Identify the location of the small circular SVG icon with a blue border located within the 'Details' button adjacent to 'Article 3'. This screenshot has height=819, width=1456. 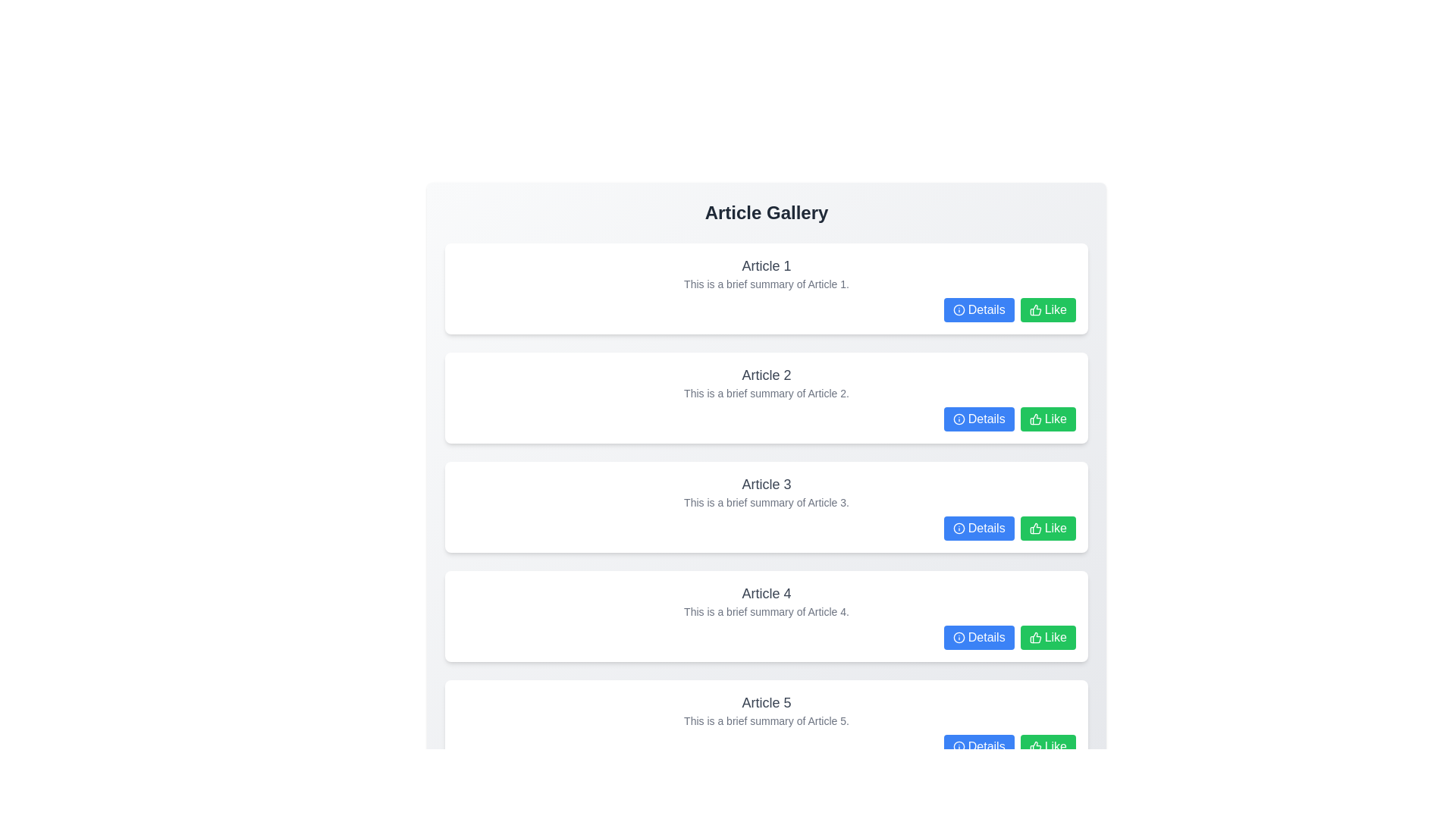
(958, 528).